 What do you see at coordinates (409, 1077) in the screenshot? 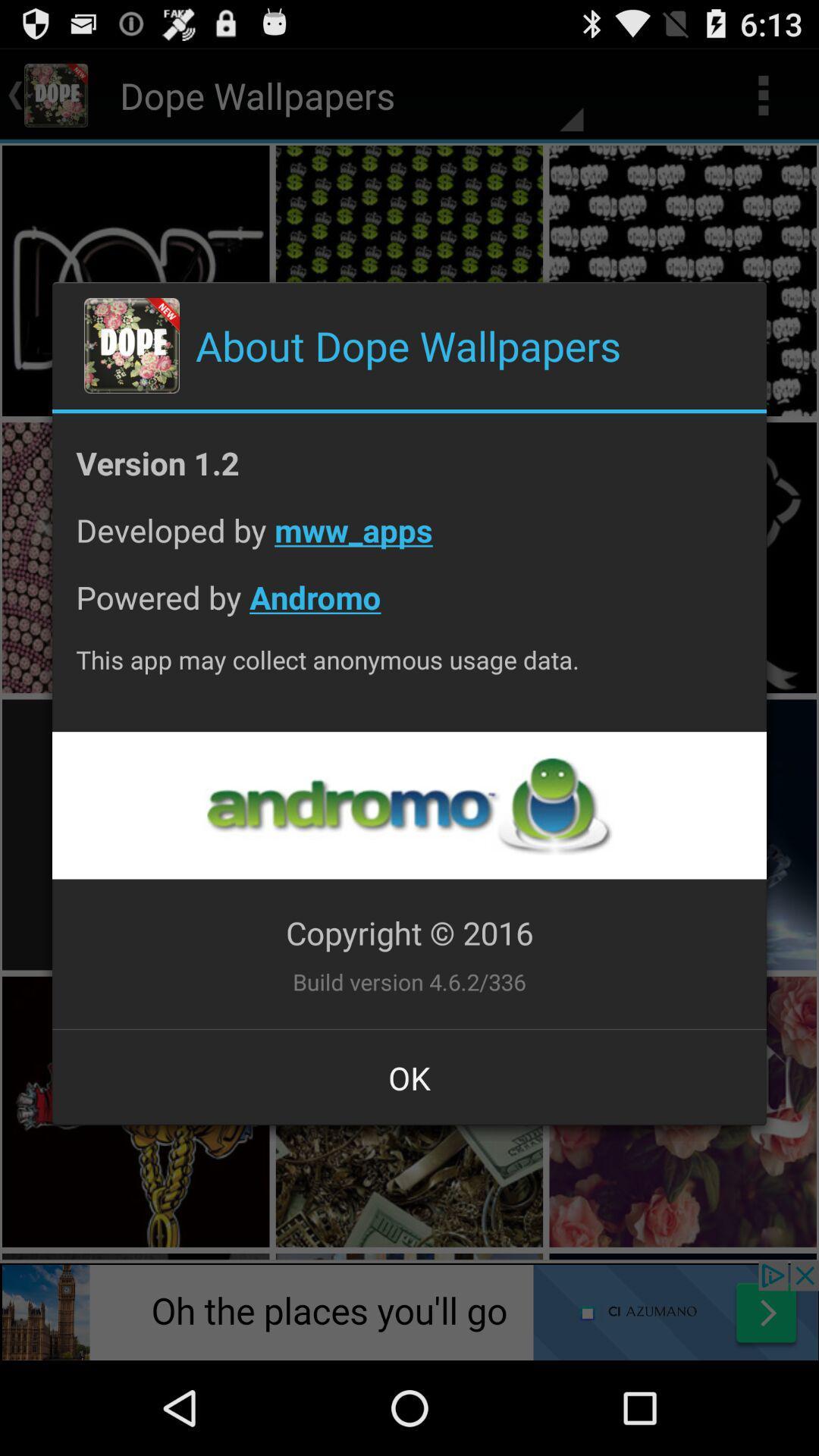
I see `the ok` at bounding box center [409, 1077].